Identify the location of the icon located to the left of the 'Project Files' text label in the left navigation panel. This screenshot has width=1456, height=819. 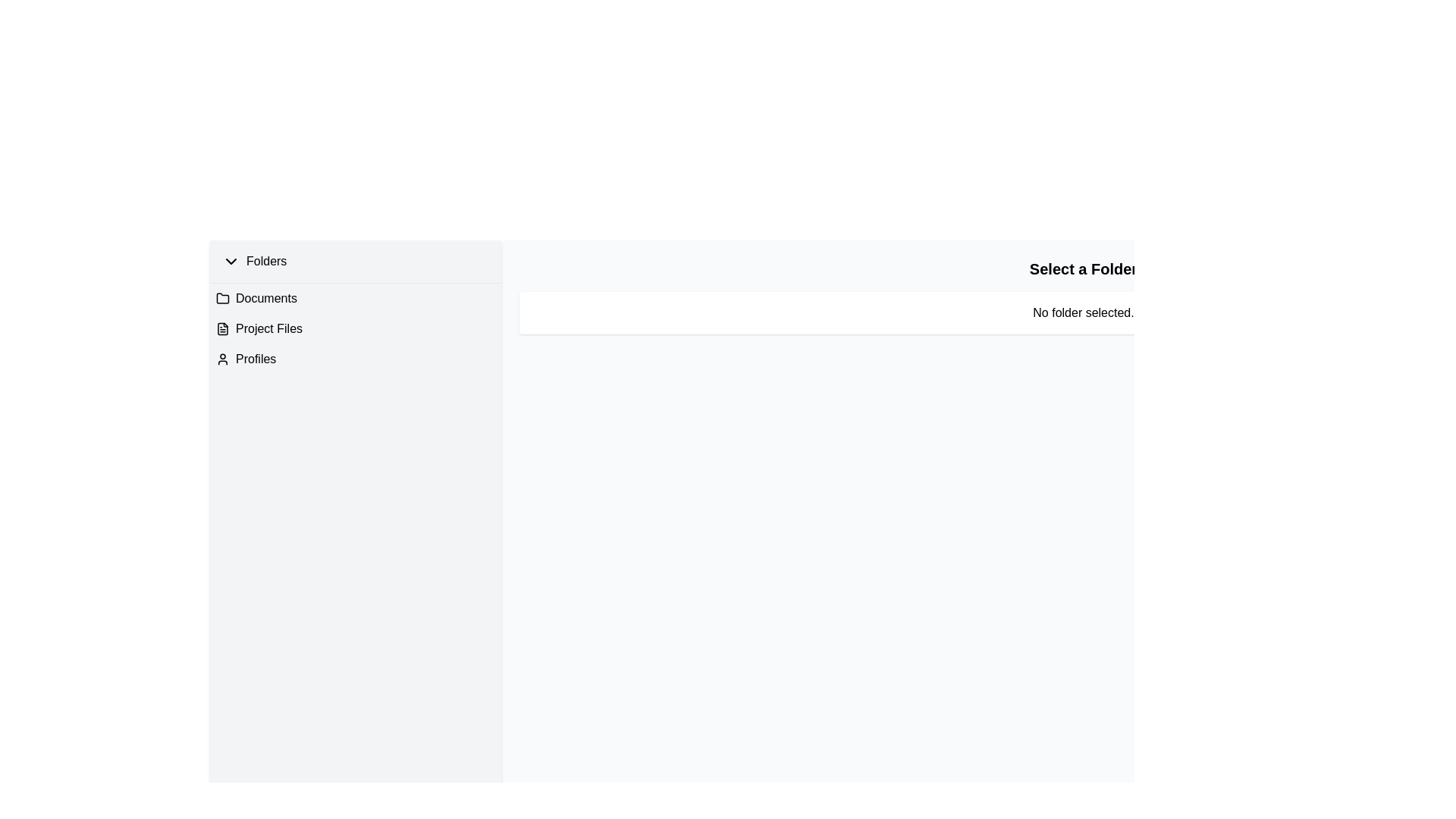
(221, 328).